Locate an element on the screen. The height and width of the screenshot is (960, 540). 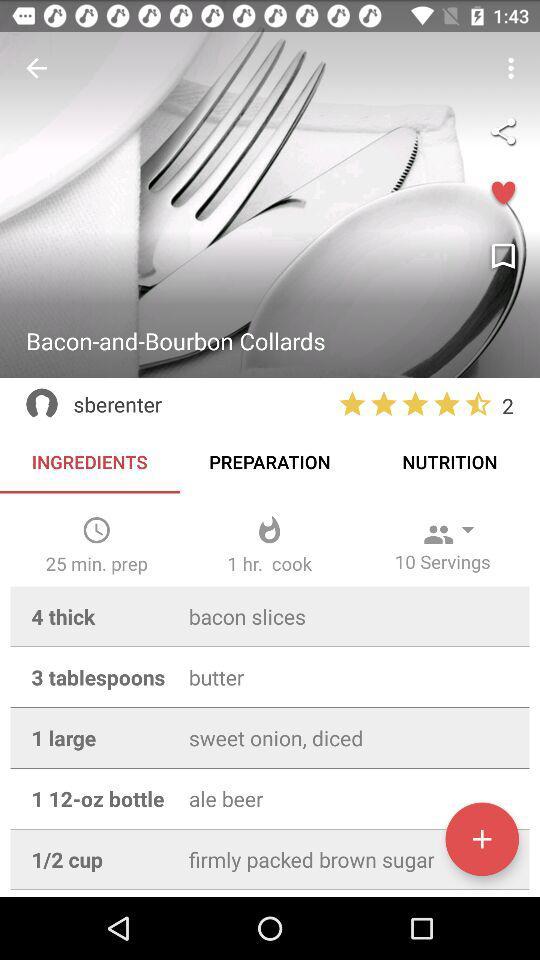
share the article is located at coordinates (502, 130).